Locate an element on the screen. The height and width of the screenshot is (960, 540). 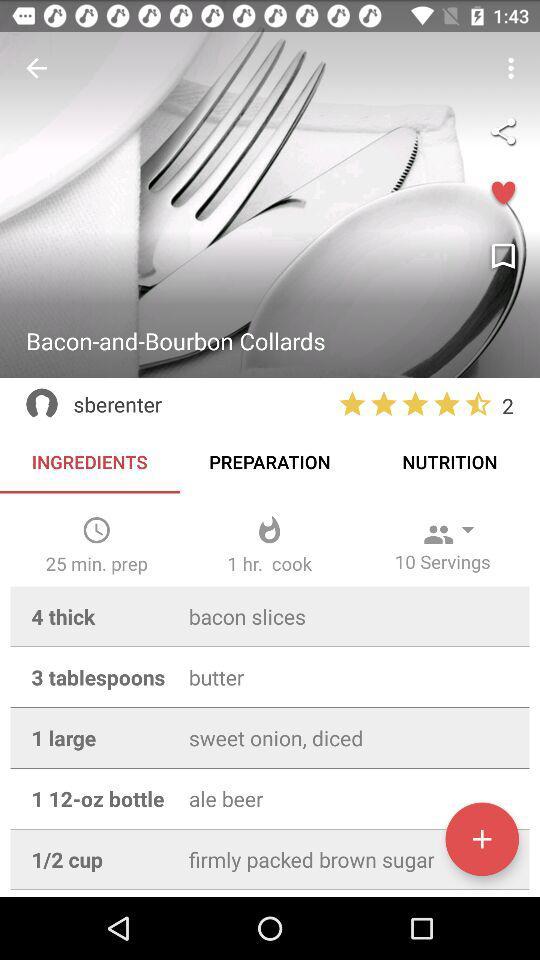
share the article is located at coordinates (502, 130).